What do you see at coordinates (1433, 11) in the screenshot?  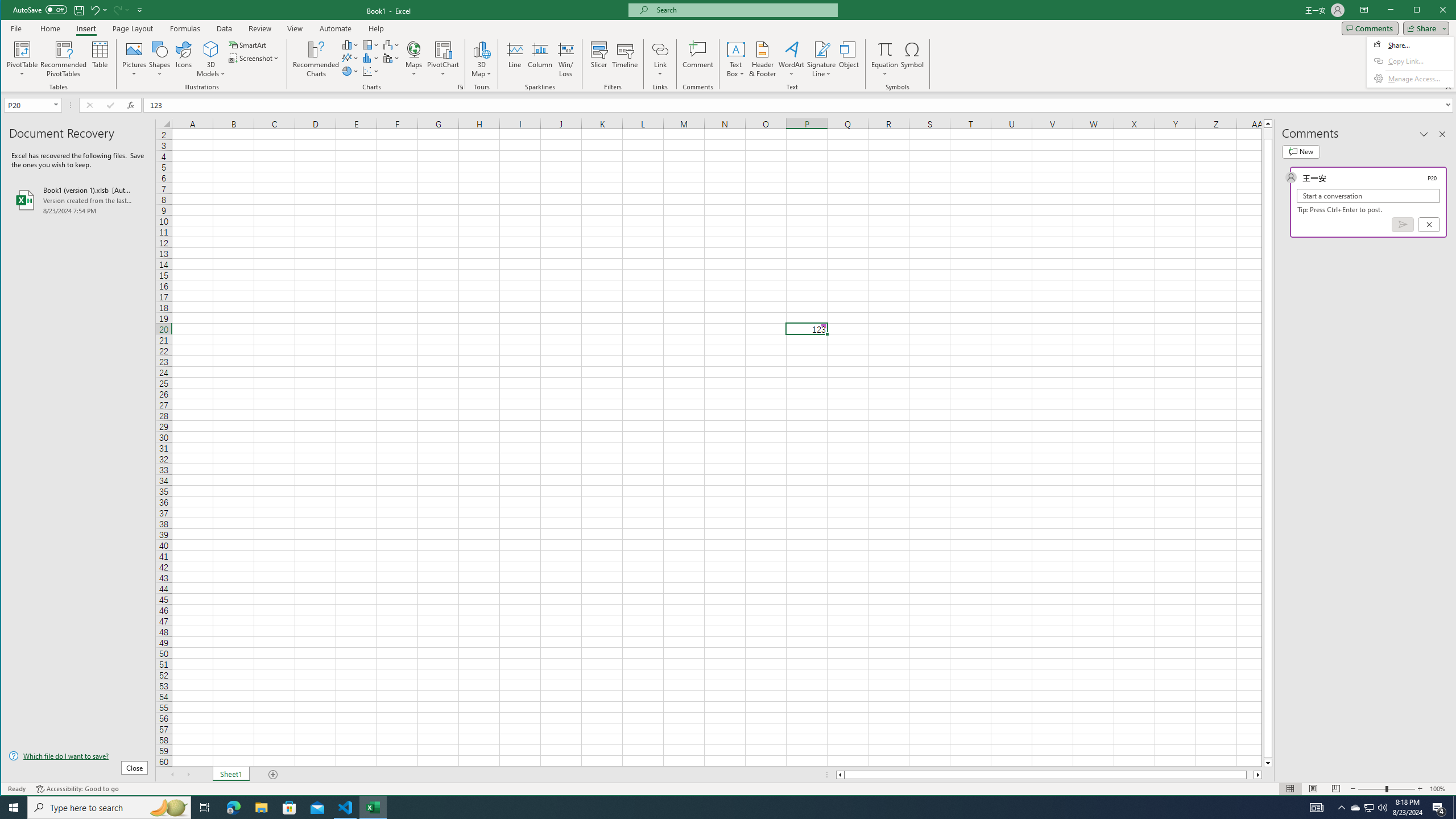 I see `'Maximize'` at bounding box center [1433, 11].